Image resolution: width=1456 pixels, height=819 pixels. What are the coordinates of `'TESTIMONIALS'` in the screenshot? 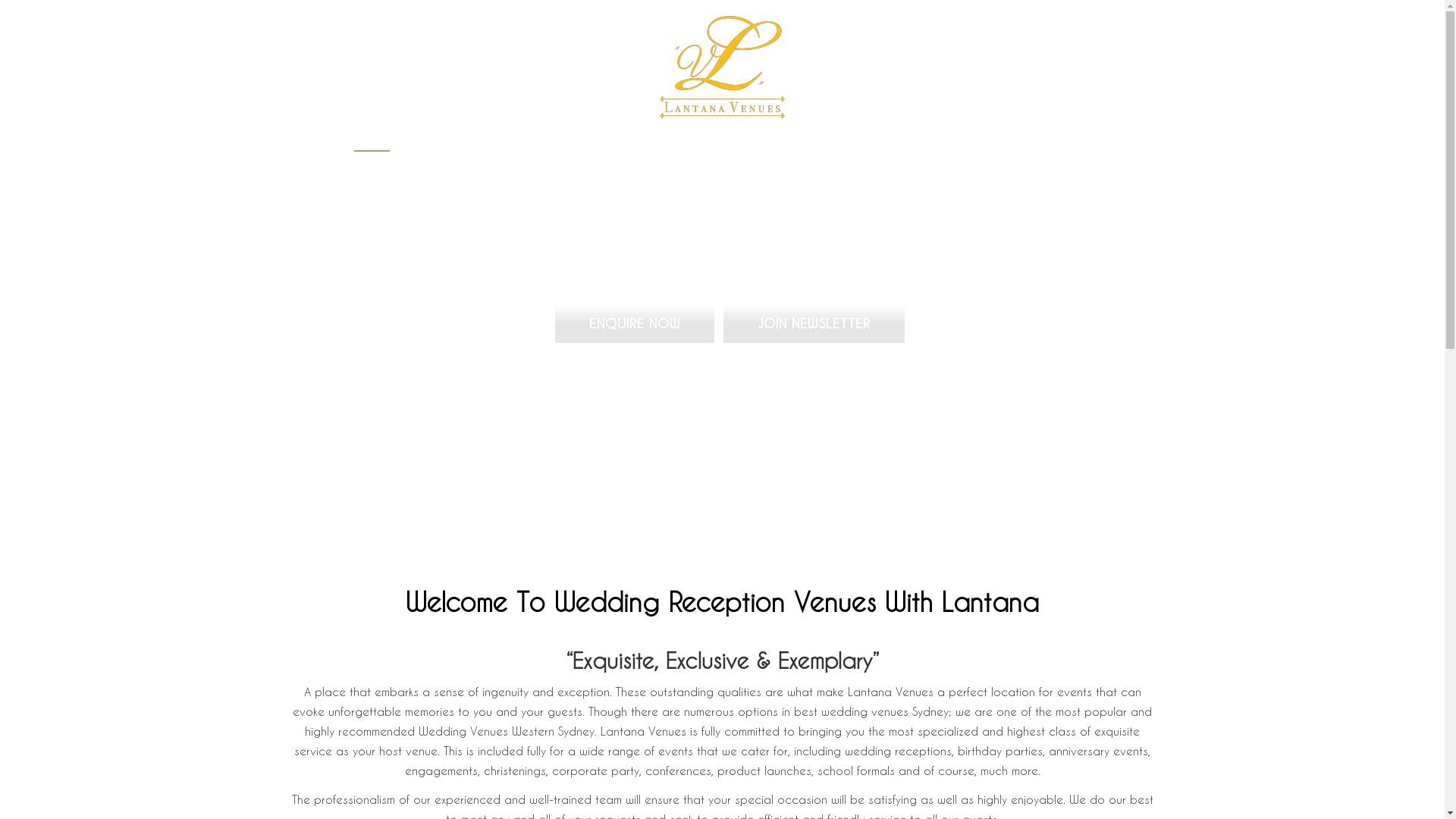 It's located at (930, 143).